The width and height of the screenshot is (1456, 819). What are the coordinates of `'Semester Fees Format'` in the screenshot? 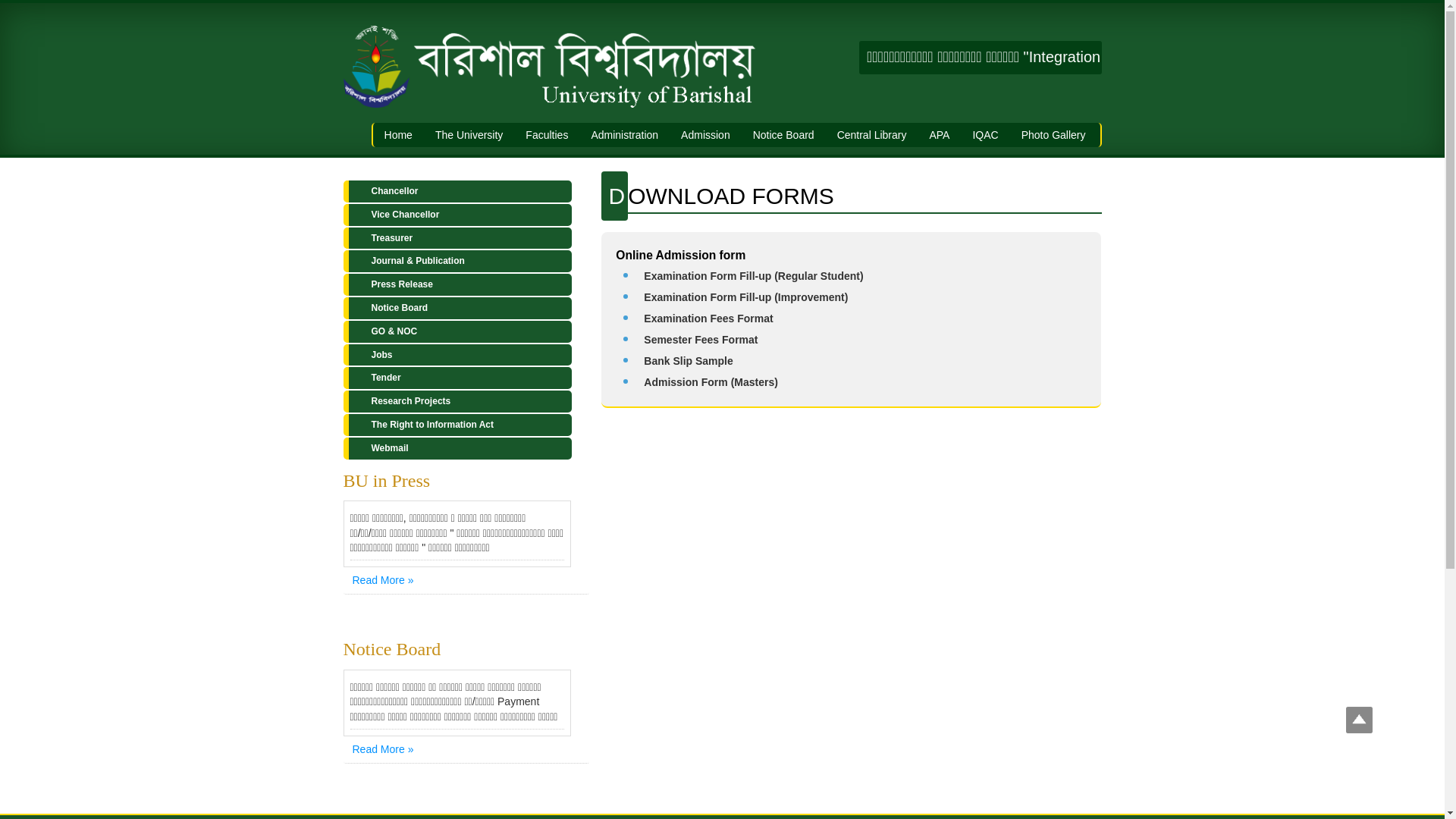 It's located at (699, 338).